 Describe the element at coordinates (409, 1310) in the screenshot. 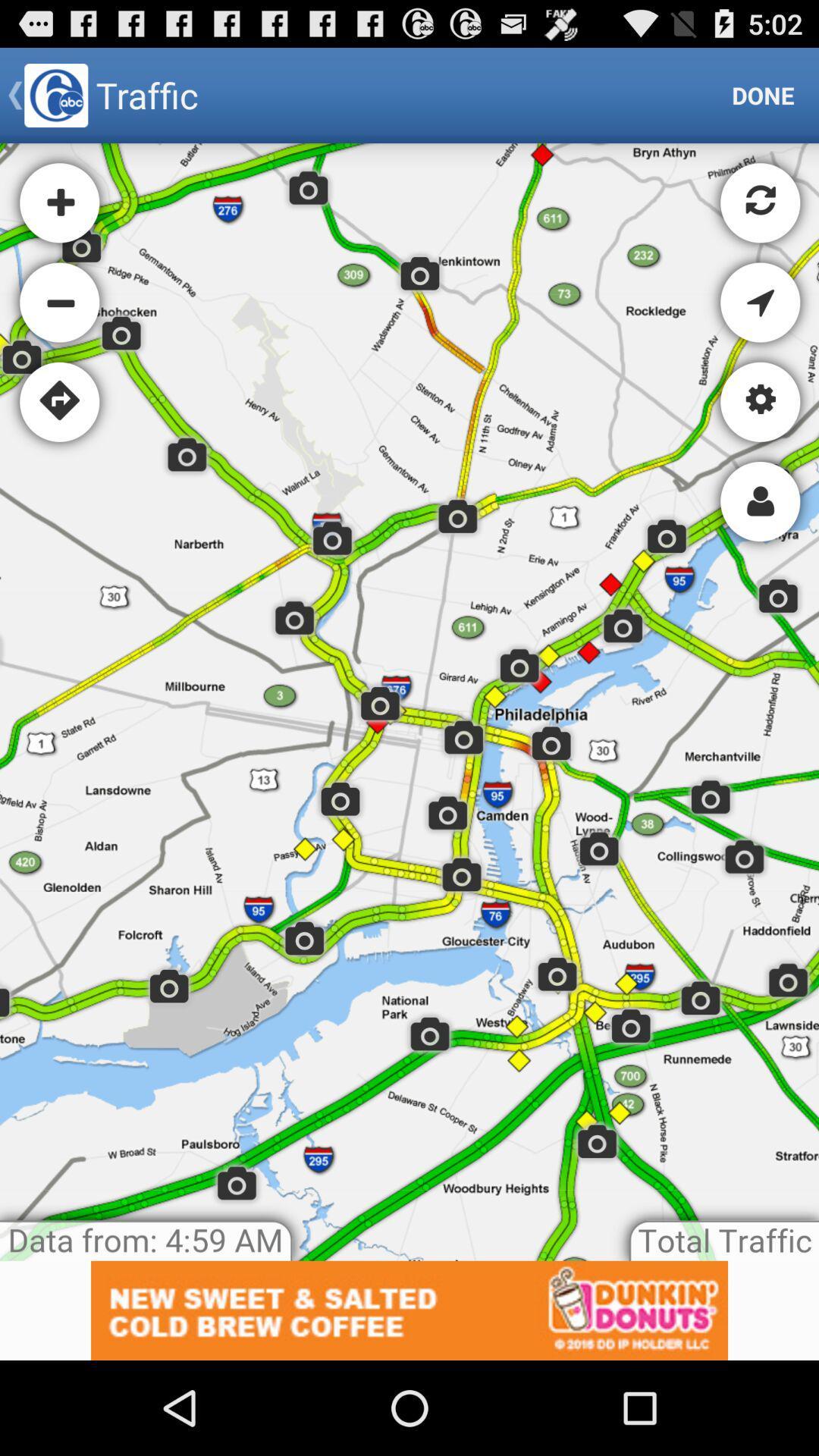

I see `advertisement page` at that location.